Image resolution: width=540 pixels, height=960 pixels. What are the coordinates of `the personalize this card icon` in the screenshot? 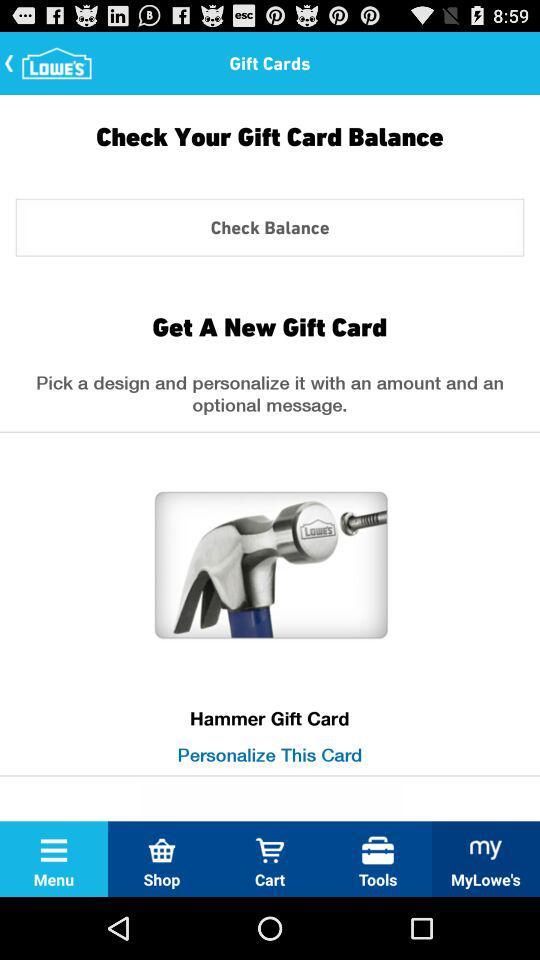 It's located at (269, 753).